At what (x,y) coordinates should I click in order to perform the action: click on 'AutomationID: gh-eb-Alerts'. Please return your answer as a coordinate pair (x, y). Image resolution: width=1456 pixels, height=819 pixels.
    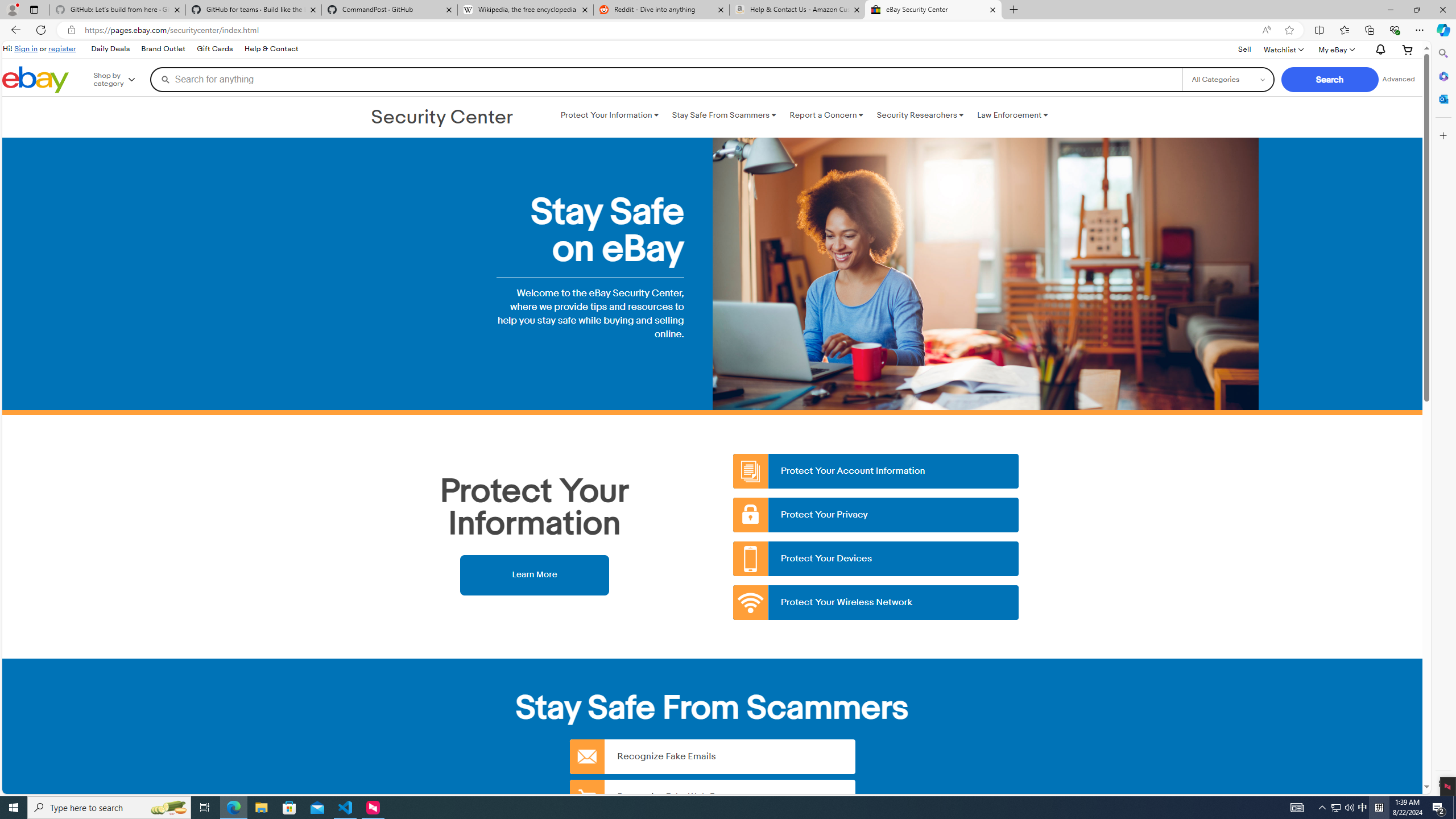
    Looking at the image, I should click on (1379, 49).